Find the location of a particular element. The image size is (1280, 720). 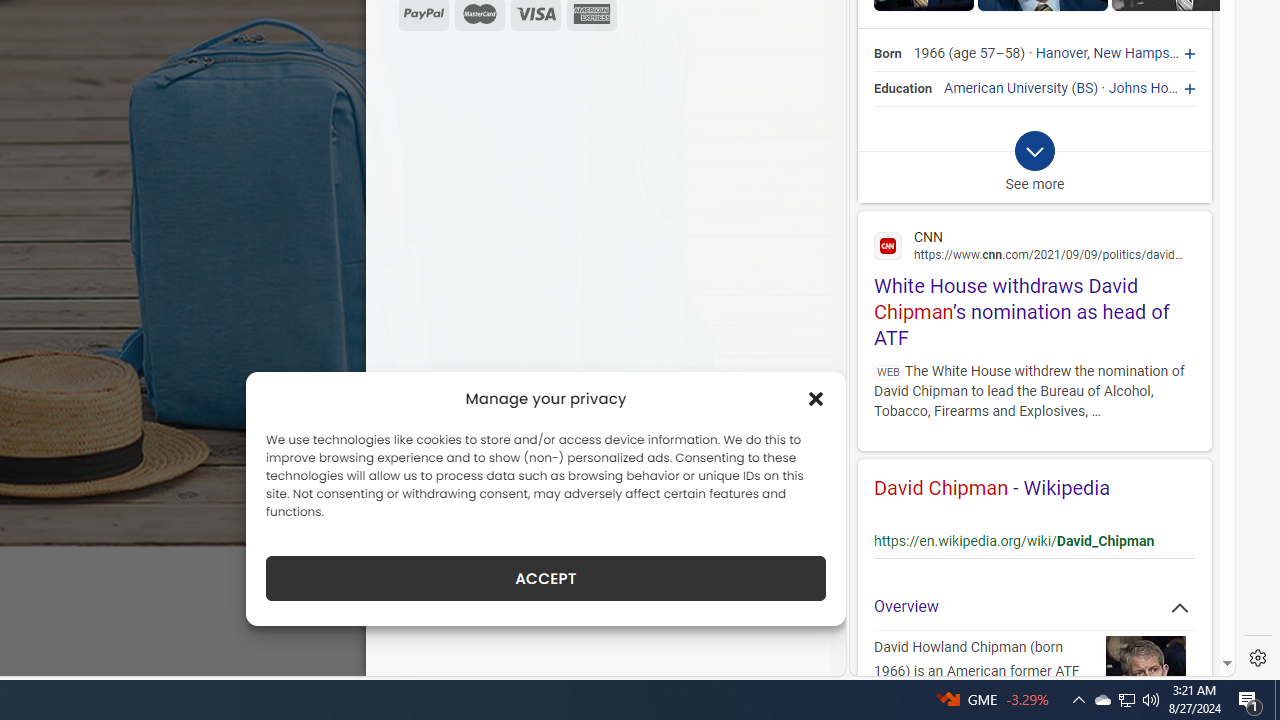

'Born' is located at coordinates (887, 53).